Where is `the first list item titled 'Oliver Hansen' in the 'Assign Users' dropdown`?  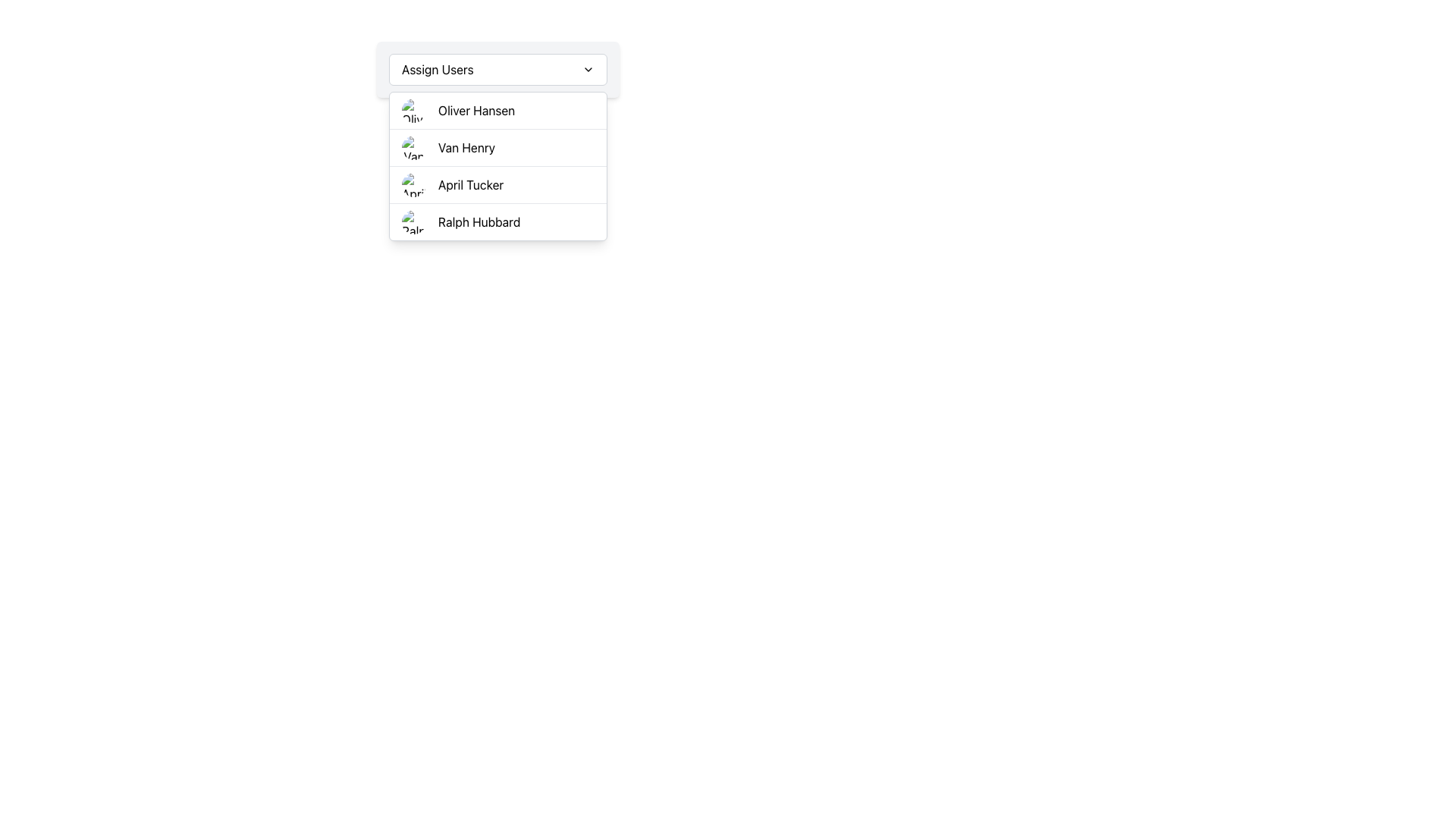 the first list item titled 'Oliver Hansen' in the 'Assign Users' dropdown is located at coordinates (498, 110).